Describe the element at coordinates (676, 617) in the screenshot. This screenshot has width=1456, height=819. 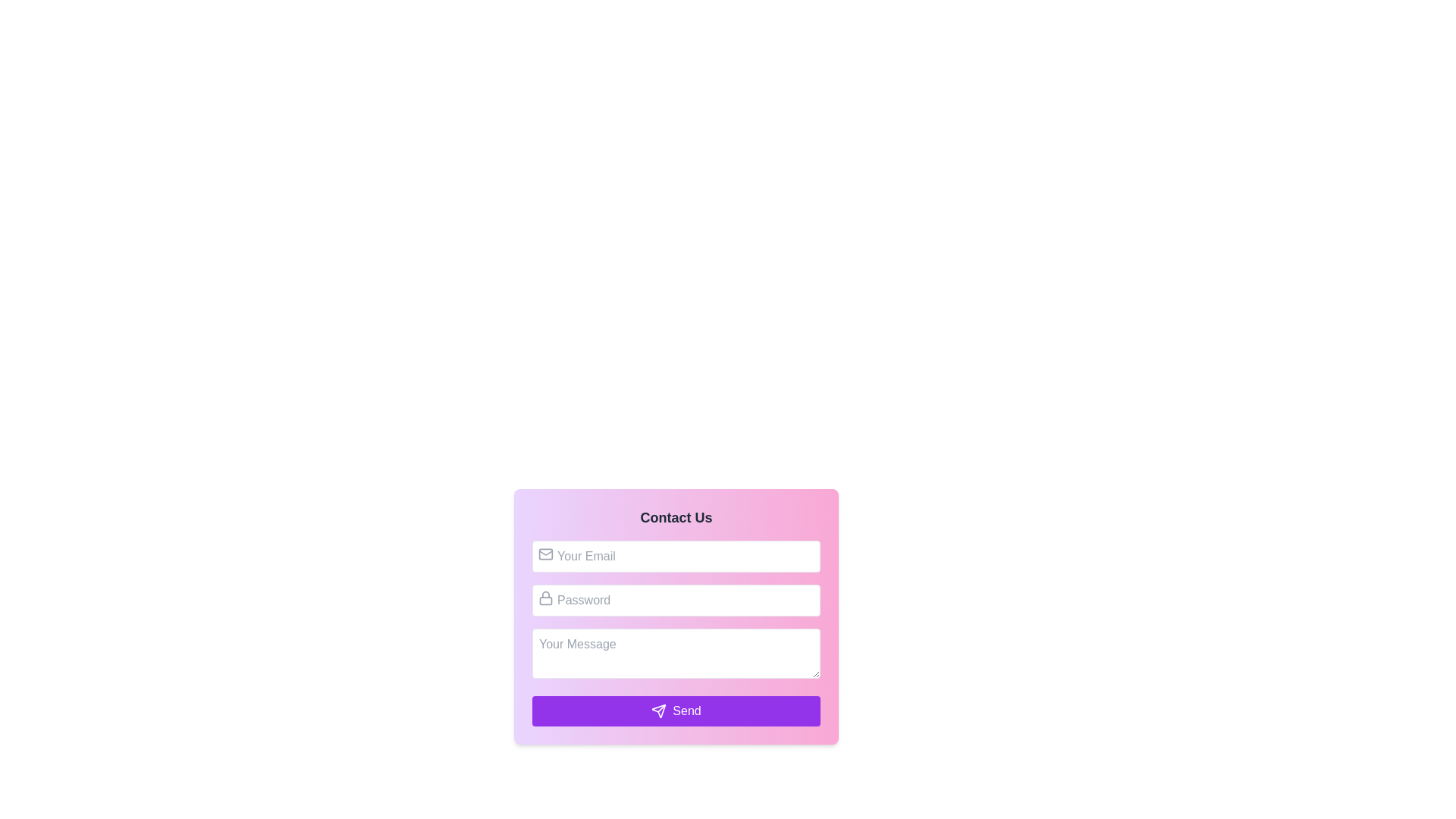
I see `the centered password input box labeled 'Password' to focus on it` at that location.